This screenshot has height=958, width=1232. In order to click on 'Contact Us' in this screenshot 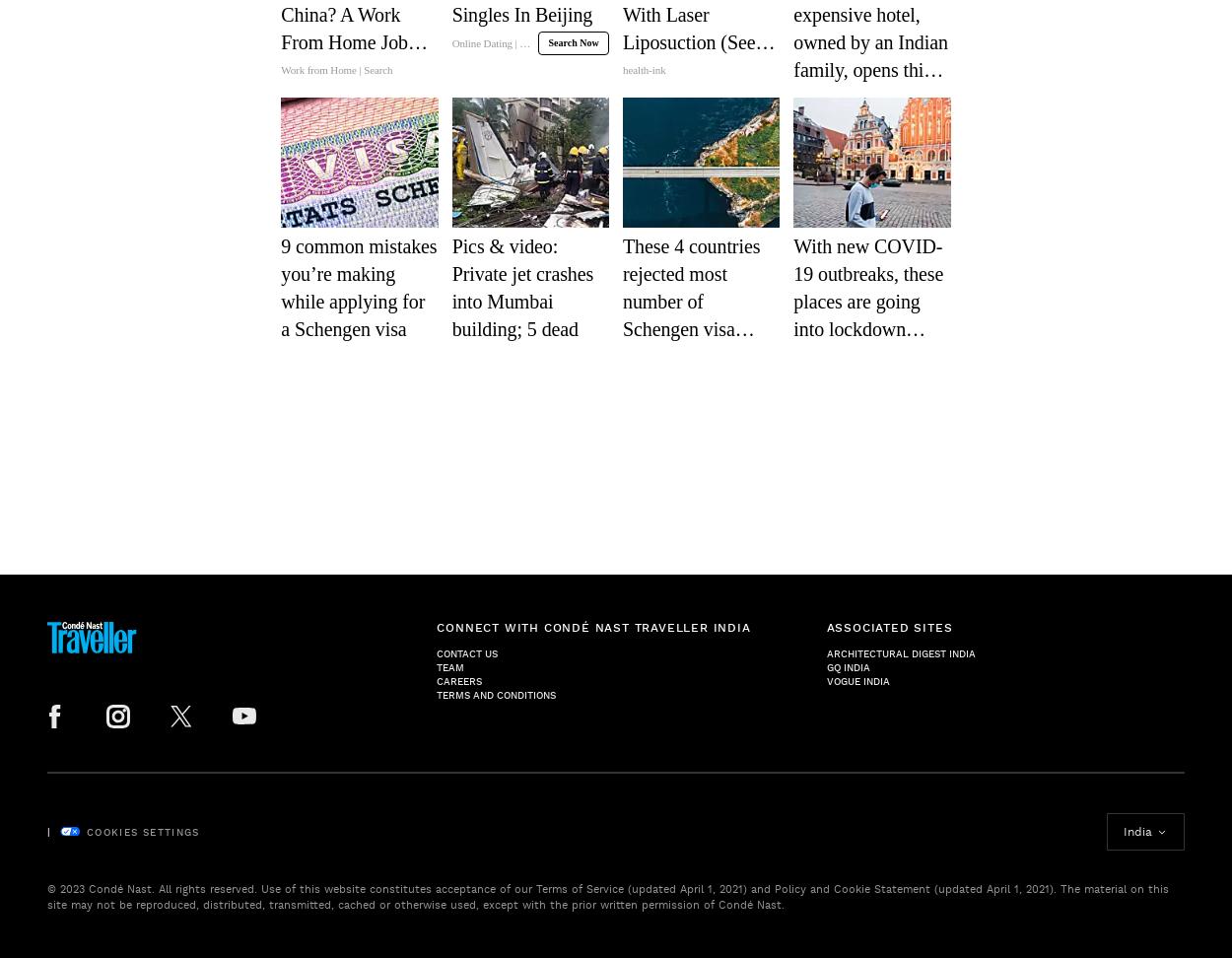, I will do `click(466, 653)`.